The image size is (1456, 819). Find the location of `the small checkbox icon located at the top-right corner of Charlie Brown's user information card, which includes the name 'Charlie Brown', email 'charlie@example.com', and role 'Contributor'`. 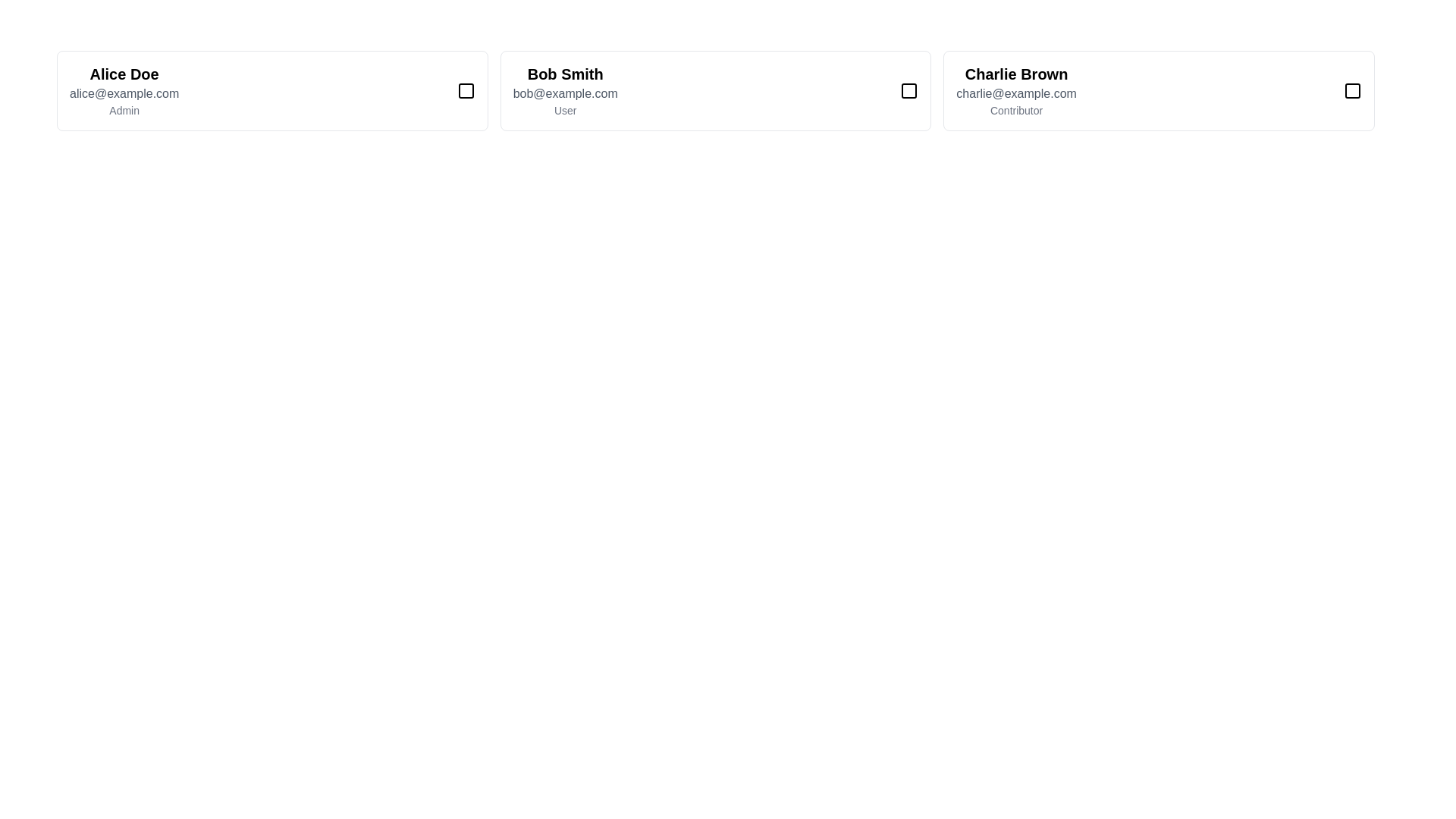

the small checkbox icon located at the top-right corner of Charlie Brown's user information card, which includes the name 'Charlie Brown', email 'charlie@example.com', and role 'Contributor' is located at coordinates (1353, 90).